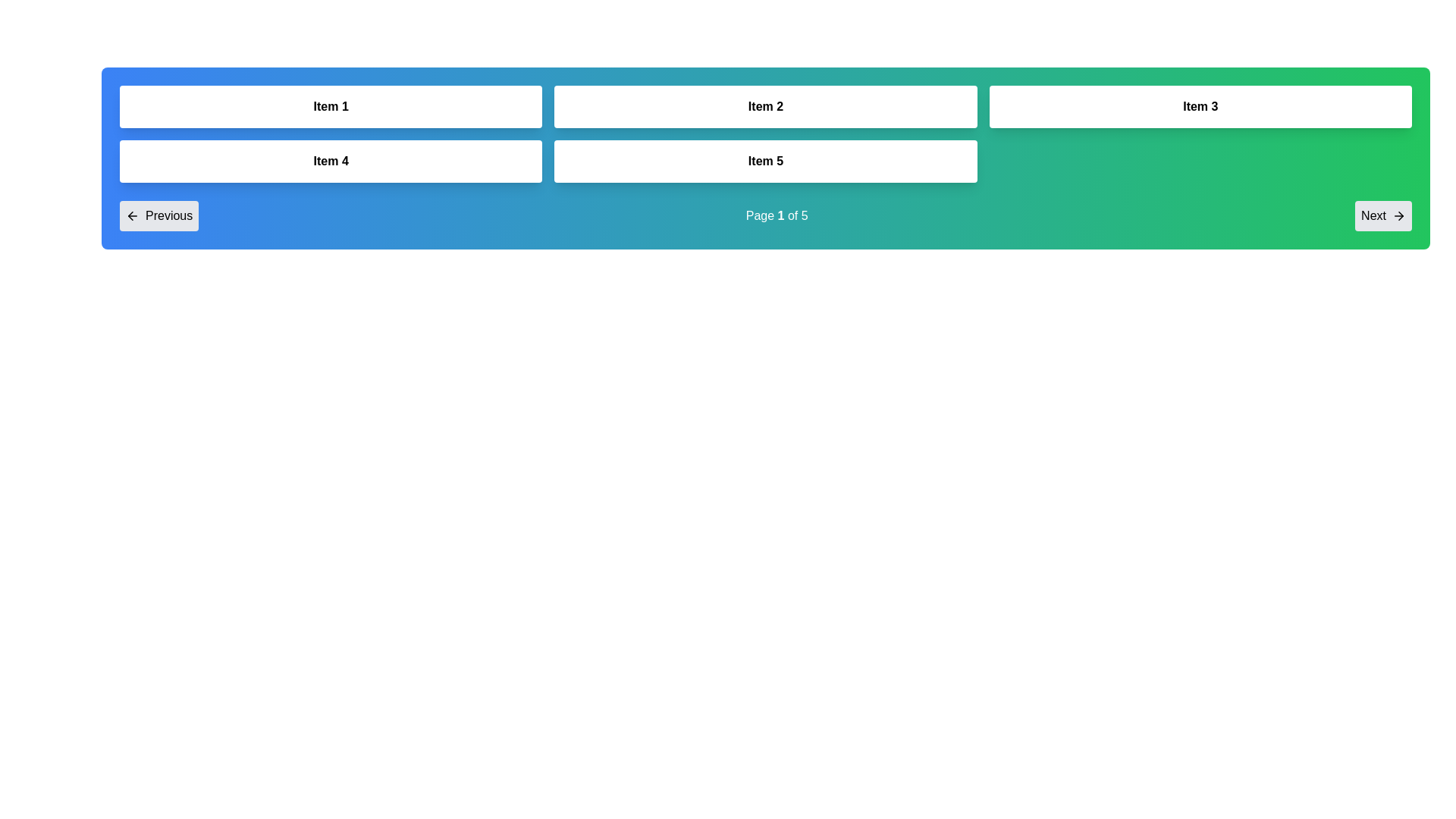  Describe the element at coordinates (765, 161) in the screenshot. I see `the card-style interactive element representing 'Item 5' in the grid` at that location.